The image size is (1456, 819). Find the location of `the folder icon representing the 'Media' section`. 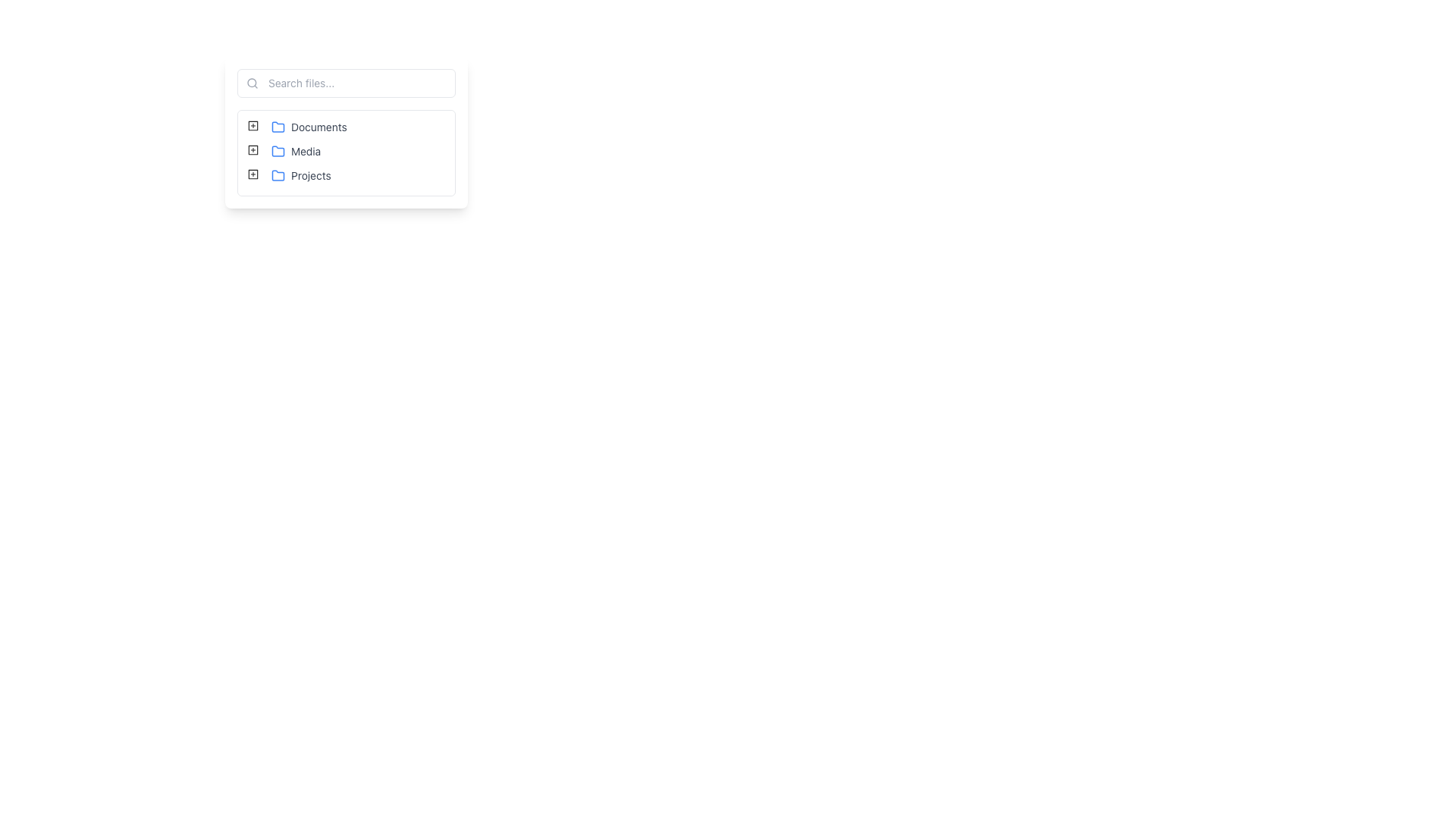

the folder icon representing the 'Media' section is located at coordinates (278, 151).